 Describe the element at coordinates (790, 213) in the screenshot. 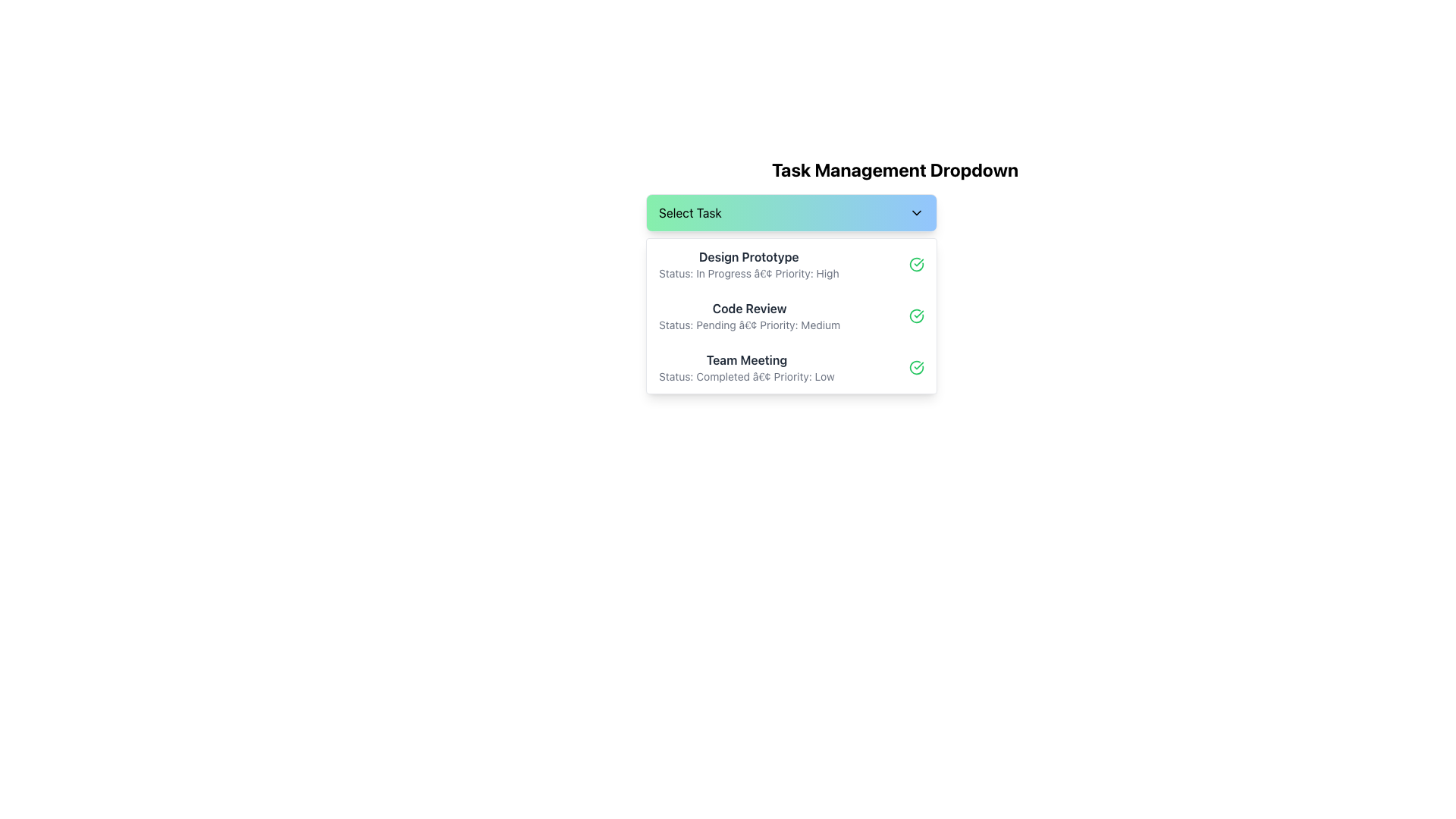

I see `the Dropdown menu button under the 'Task Management Dropdown'` at that location.